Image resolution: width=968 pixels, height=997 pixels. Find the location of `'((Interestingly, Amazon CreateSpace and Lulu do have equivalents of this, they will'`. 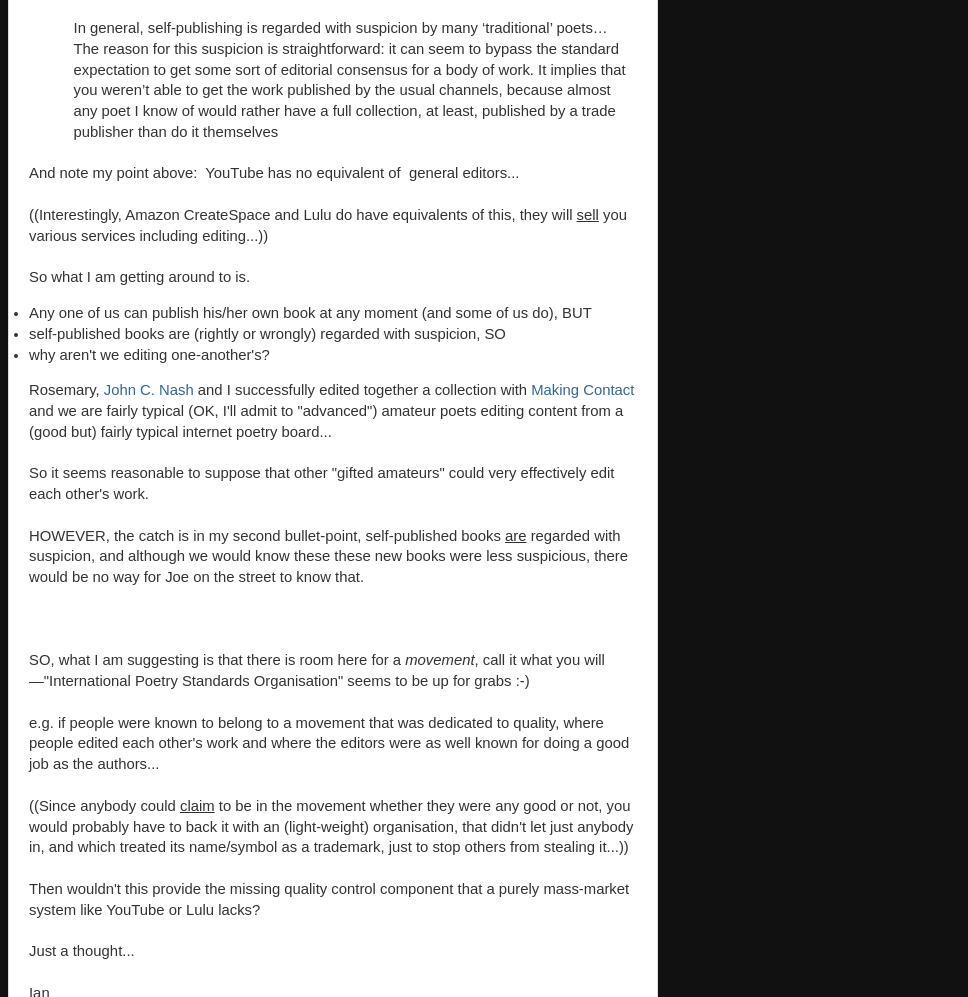

'((Interestingly, Amazon CreateSpace and Lulu do have equivalents of this, they will' is located at coordinates (301, 214).